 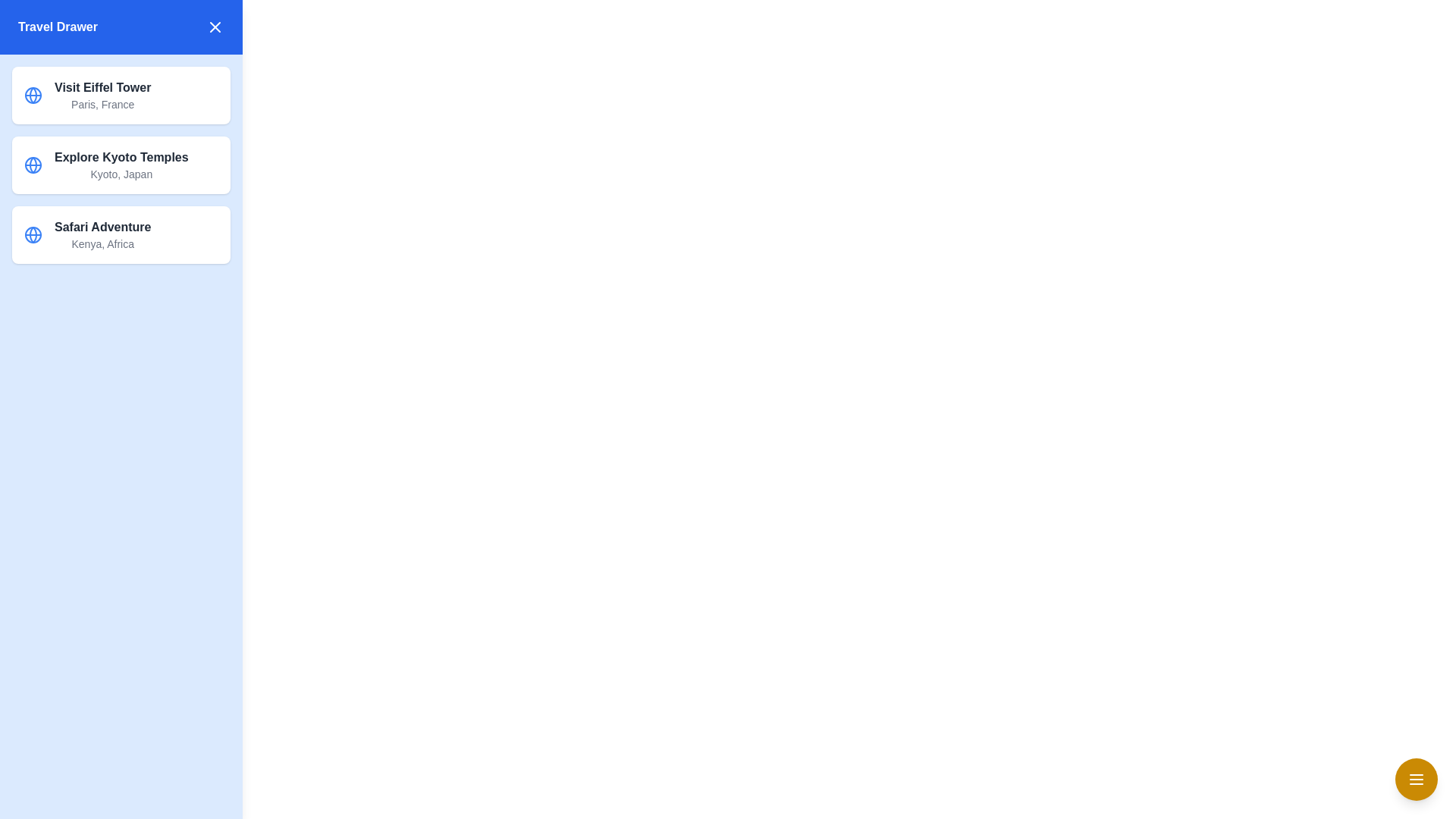 What do you see at coordinates (102, 234) in the screenshot?
I see `title and subtitle text displayed in the center of the third travel destination card, which is located under the cards labeled 'Visit Eiffel Tower' and 'Explore Kyoto Temples'` at bounding box center [102, 234].